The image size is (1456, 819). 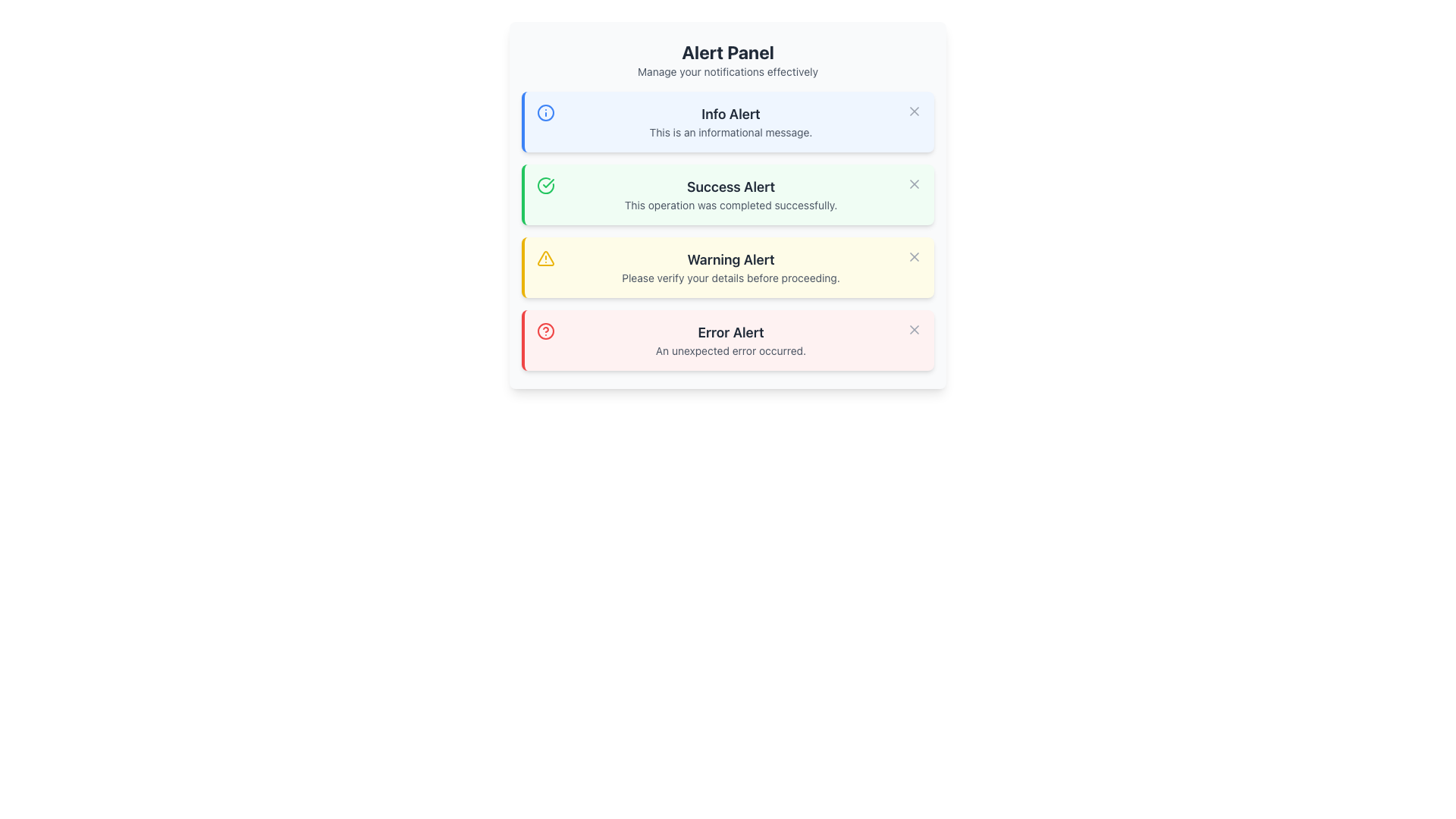 What do you see at coordinates (731, 259) in the screenshot?
I see `the Header text of the third alert card, which serves as the title of the warning alert, positioned at the top of the yellow alert card` at bounding box center [731, 259].